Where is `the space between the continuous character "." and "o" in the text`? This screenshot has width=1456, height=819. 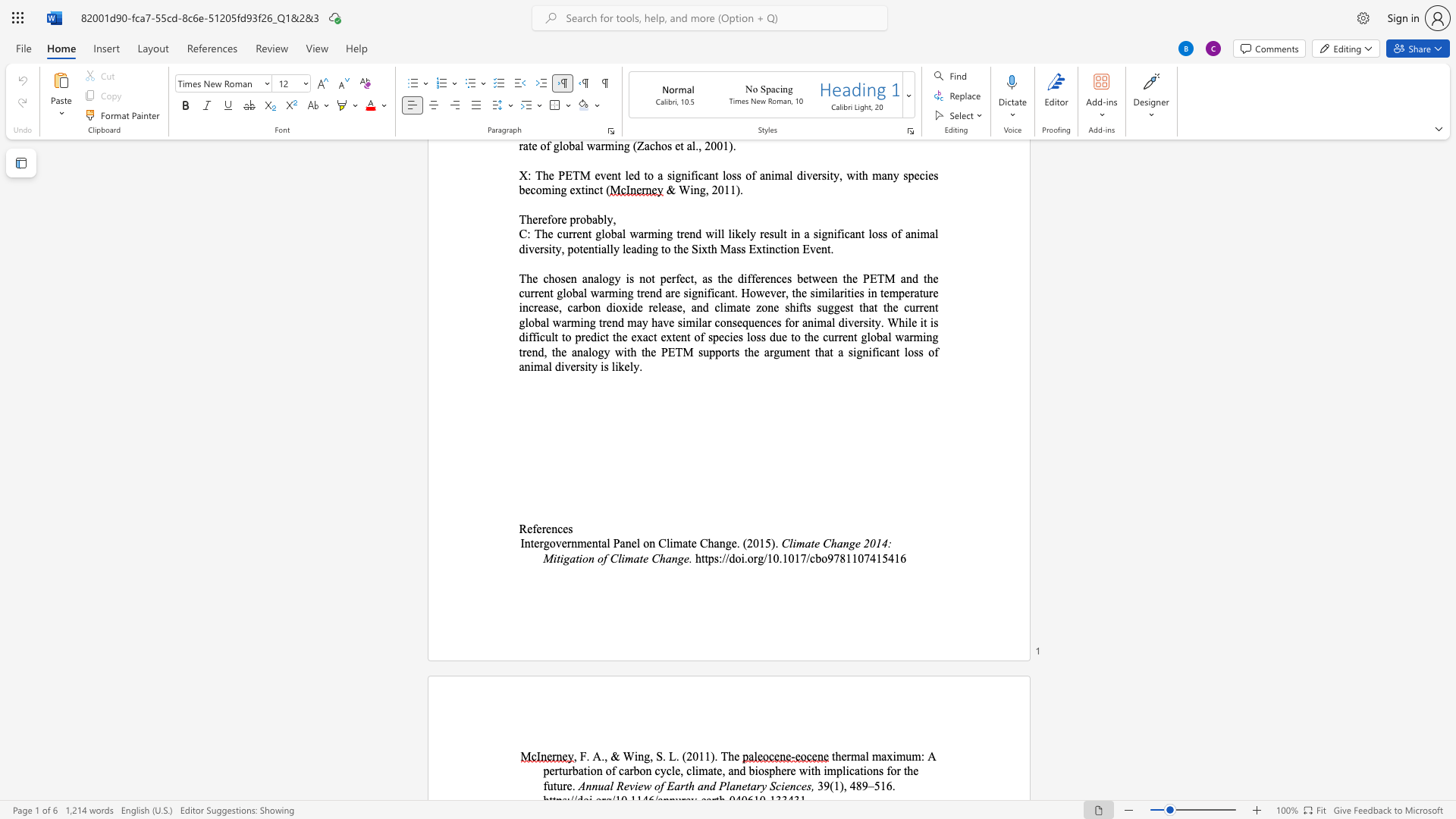 the space between the continuous character "." and "o" in the text is located at coordinates (748, 558).